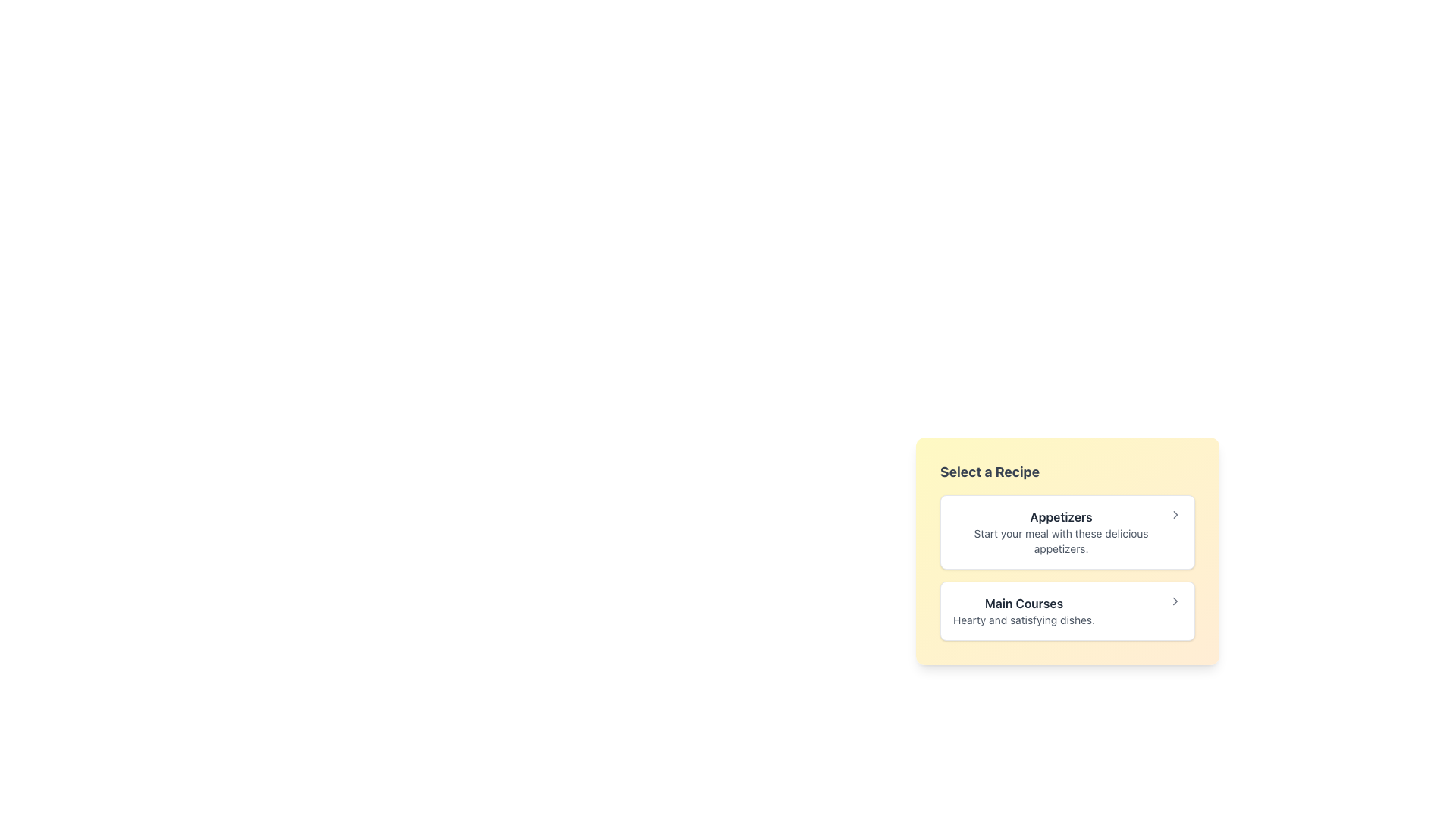 The image size is (1456, 819). Describe the element at coordinates (1024, 610) in the screenshot. I see `the second selectable card in the 'Select a Recipe' section` at that location.